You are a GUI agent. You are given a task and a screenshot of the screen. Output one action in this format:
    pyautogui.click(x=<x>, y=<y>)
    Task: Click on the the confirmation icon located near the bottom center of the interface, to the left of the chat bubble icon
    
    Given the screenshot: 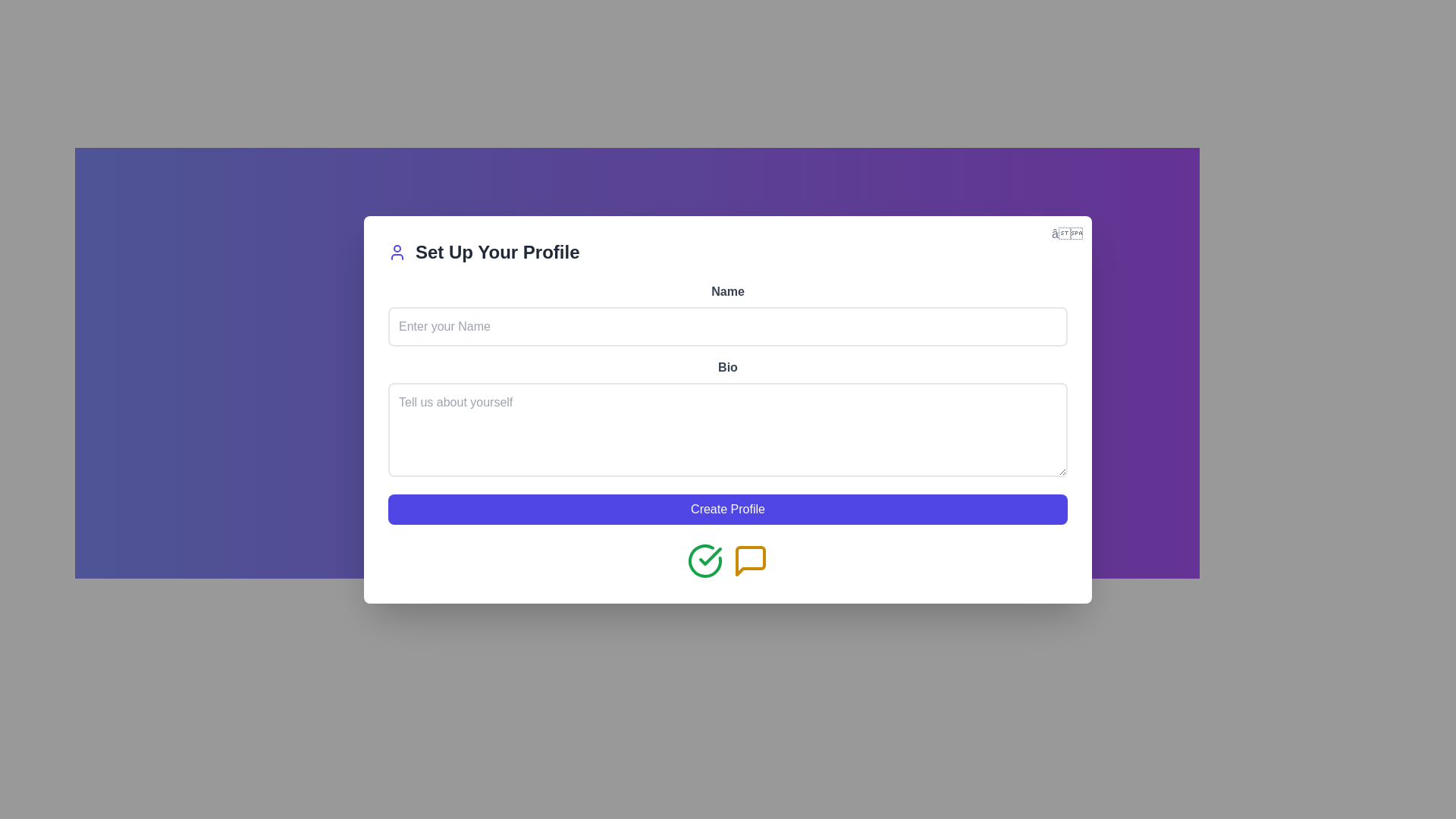 What is the action you would take?
    pyautogui.click(x=704, y=560)
    